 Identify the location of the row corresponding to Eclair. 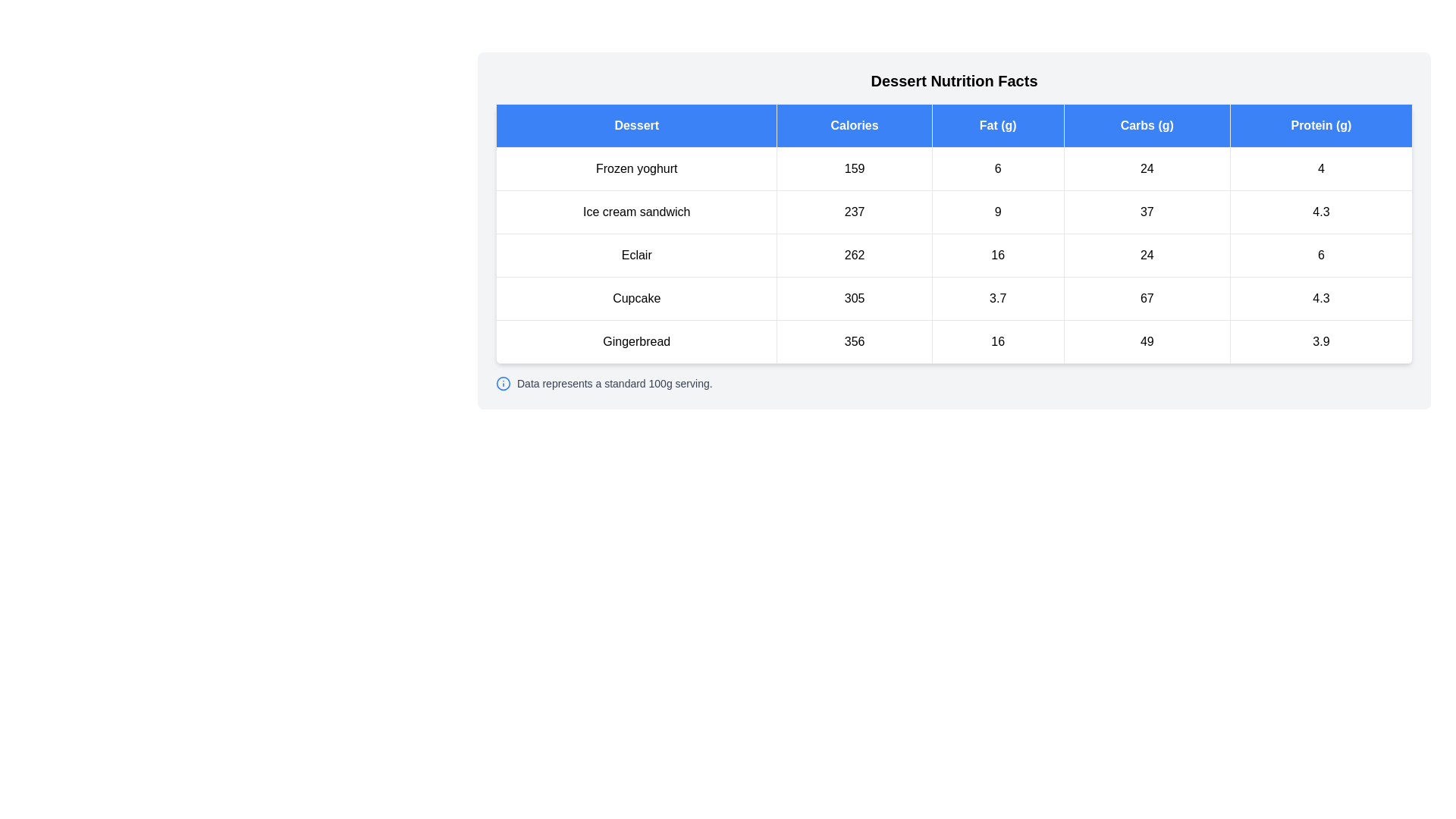
(953, 254).